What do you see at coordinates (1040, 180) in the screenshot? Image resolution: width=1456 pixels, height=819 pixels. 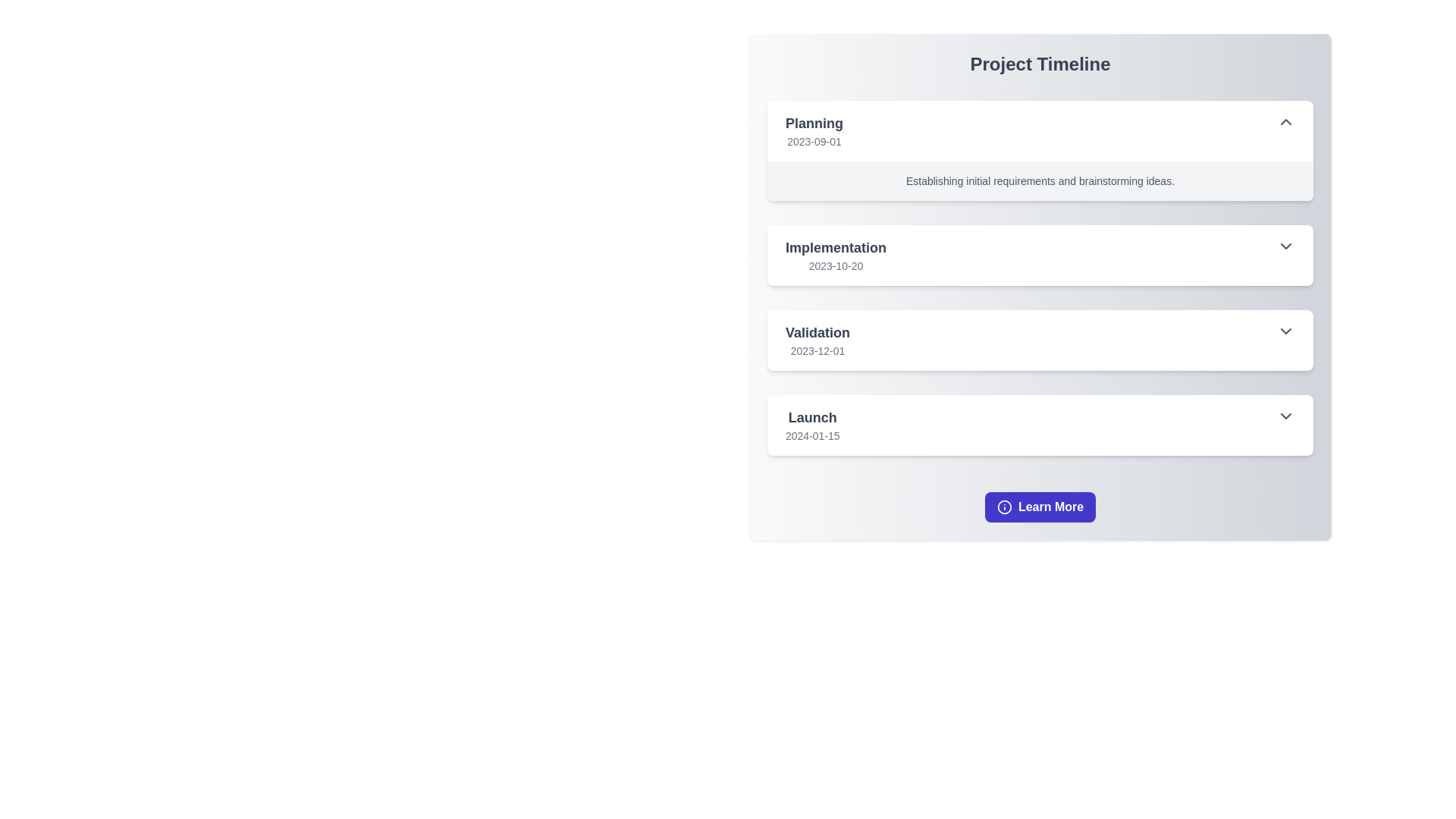 I see `the non-interactive text block that provides supporting information for the 'Planning' phase, located at the bottom of the card with the title 'Planning' and date '2023-09-01'` at bounding box center [1040, 180].